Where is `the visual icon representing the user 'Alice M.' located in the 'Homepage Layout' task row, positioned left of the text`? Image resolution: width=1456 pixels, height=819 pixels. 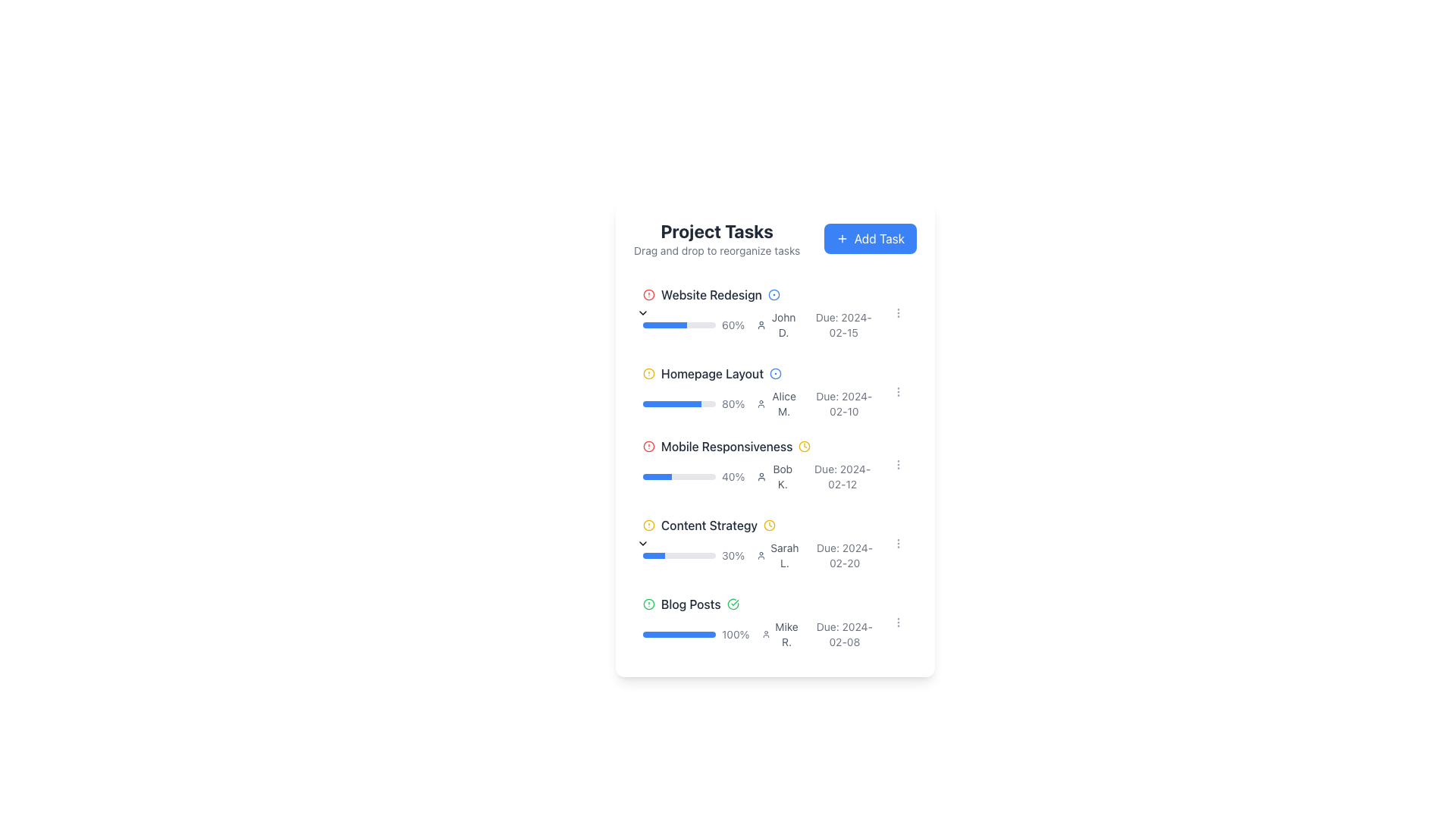 the visual icon representing the user 'Alice M.' located in the 'Homepage Layout' task row, positioned left of the text is located at coordinates (761, 403).